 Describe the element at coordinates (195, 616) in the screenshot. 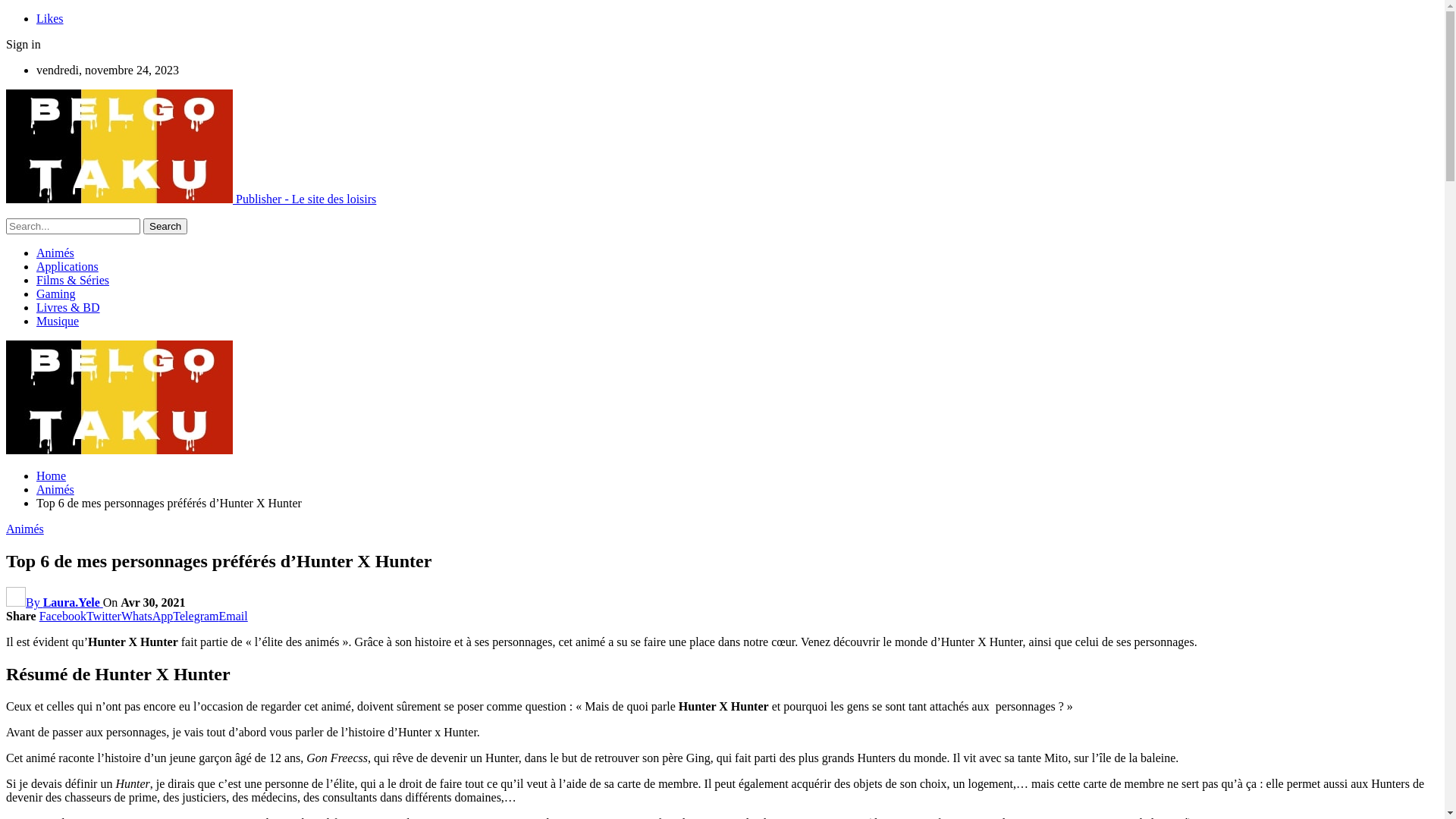

I see `'Telegram'` at that location.